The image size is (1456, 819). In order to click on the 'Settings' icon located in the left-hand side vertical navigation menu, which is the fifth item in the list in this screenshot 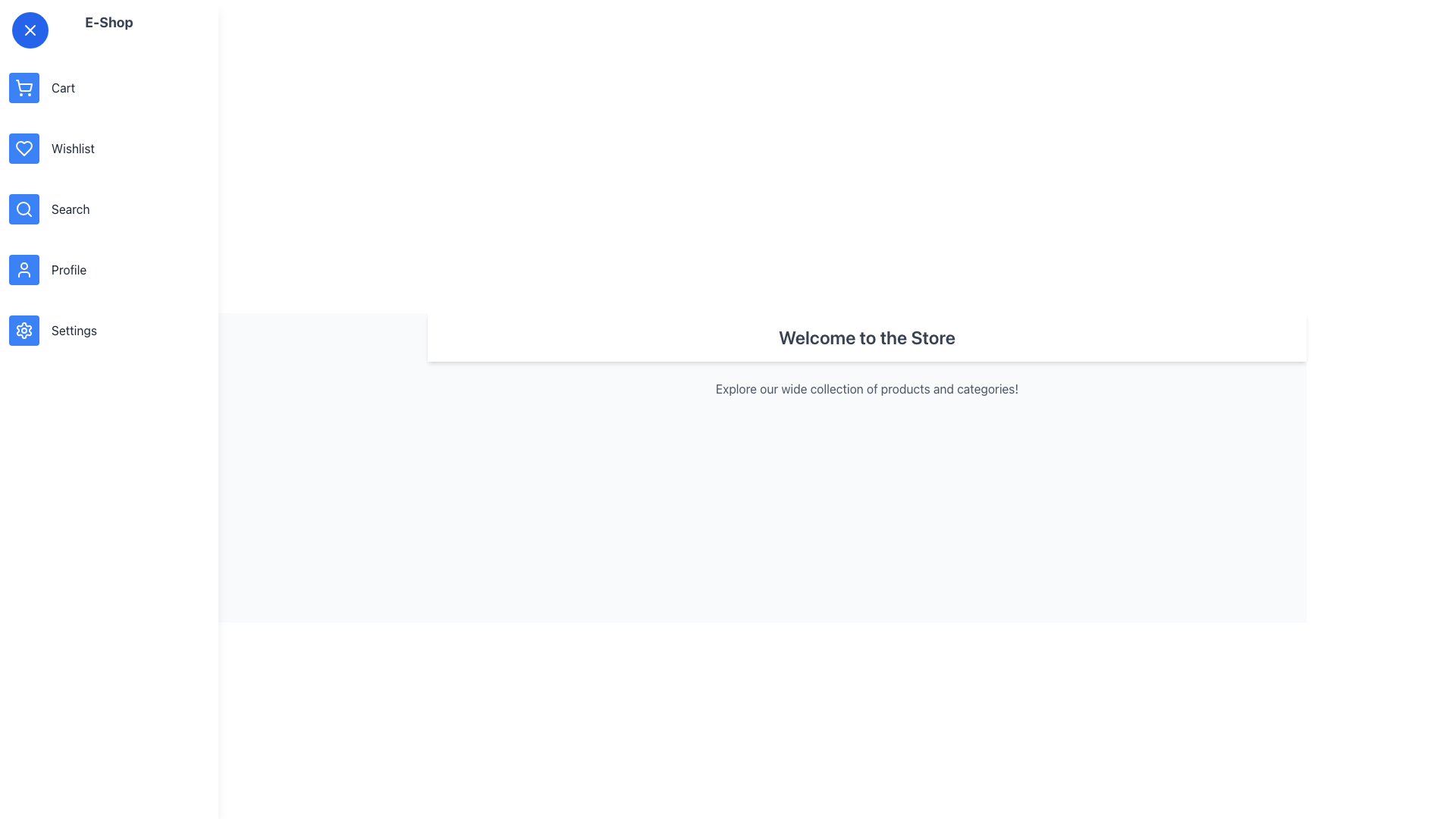, I will do `click(24, 329)`.